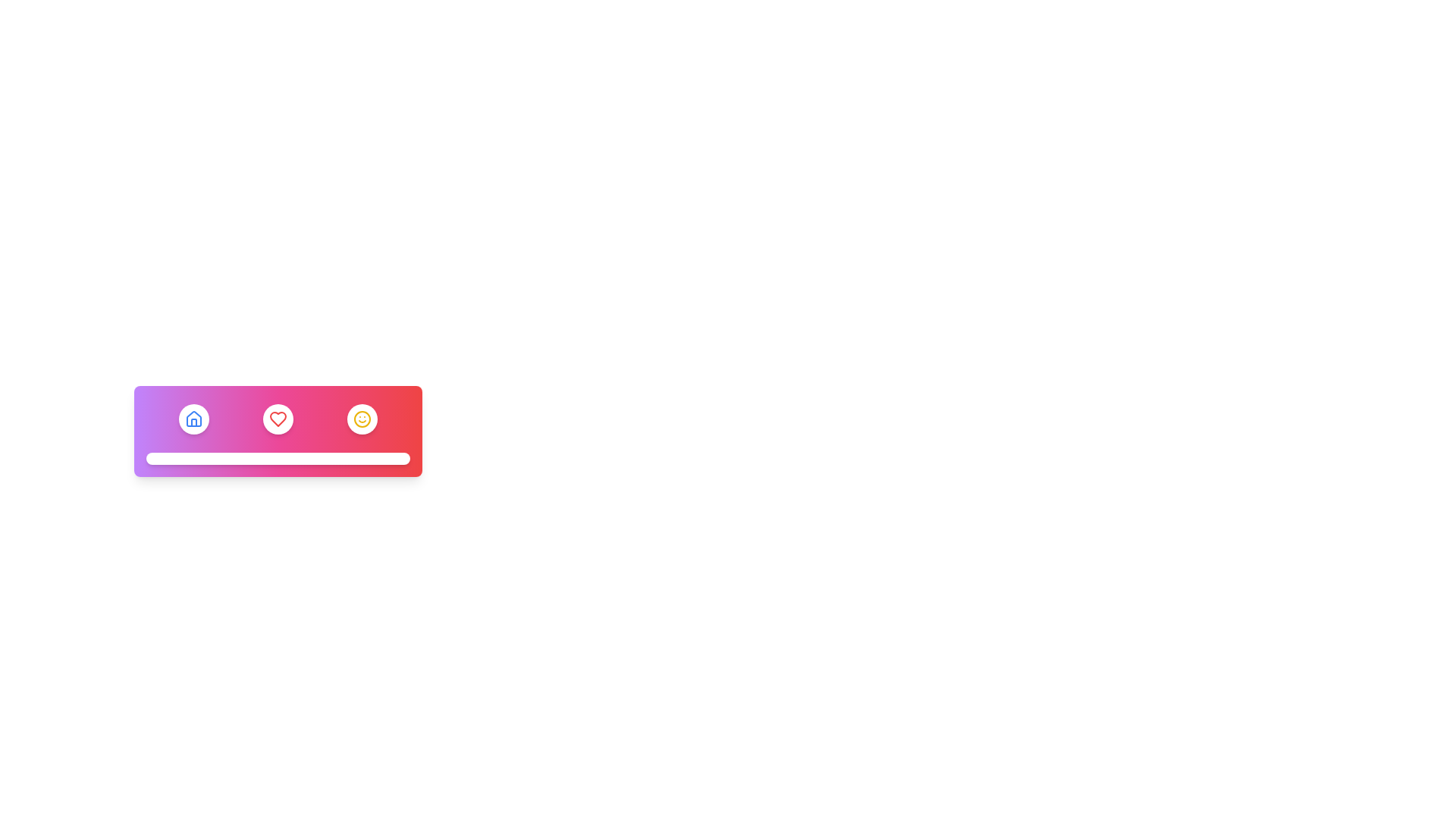 This screenshot has height=819, width=1456. What do you see at coordinates (278, 419) in the screenshot?
I see `the favorites button with a heart icon located in the middle of the bottom navigation bar` at bounding box center [278, 419].